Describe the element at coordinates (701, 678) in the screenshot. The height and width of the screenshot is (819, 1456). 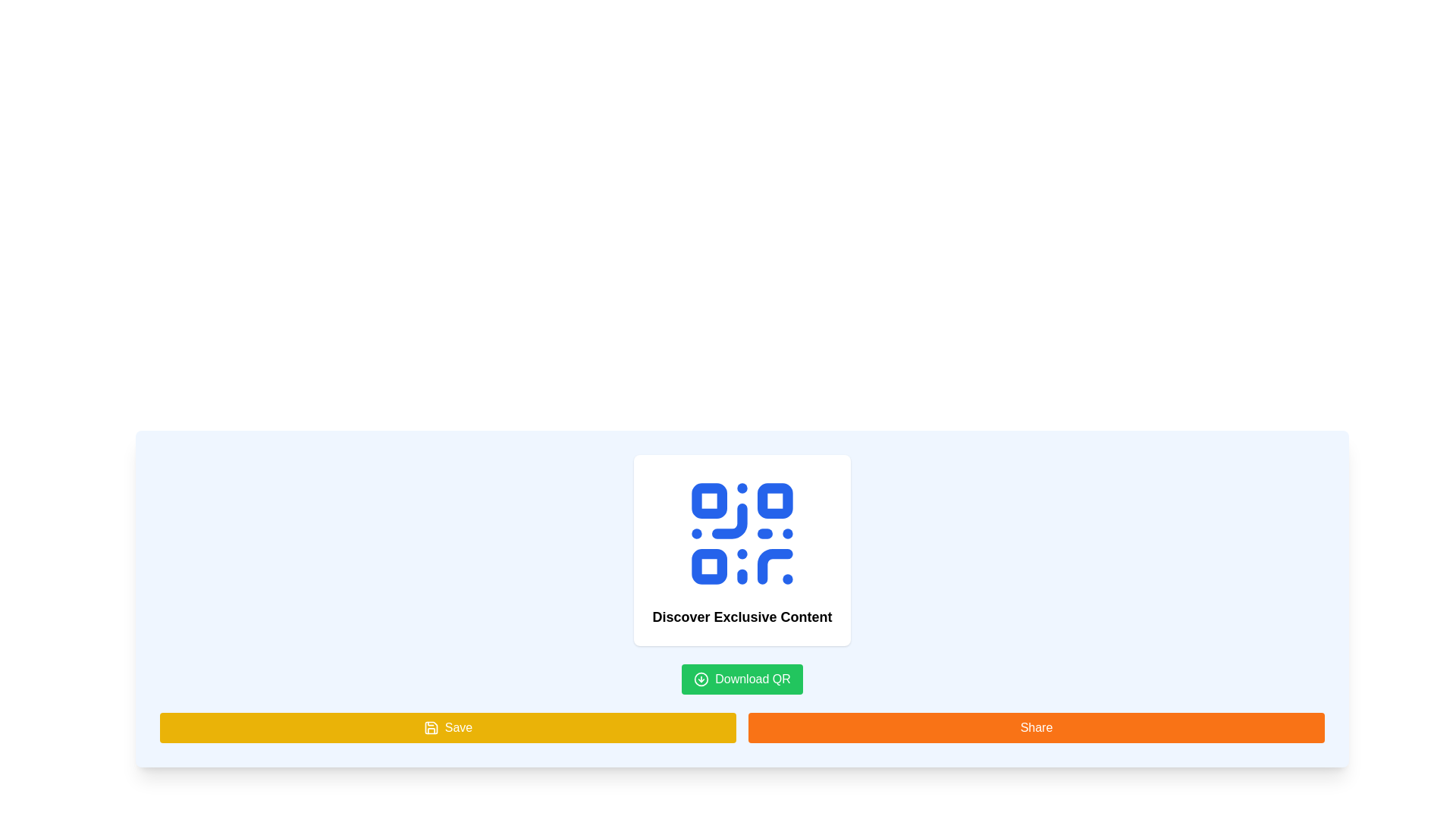
I see `the decorative graphic icon on the left side of the 'Download QR' button, which is visually represented within the green button located below the central content of the interface` at that location.